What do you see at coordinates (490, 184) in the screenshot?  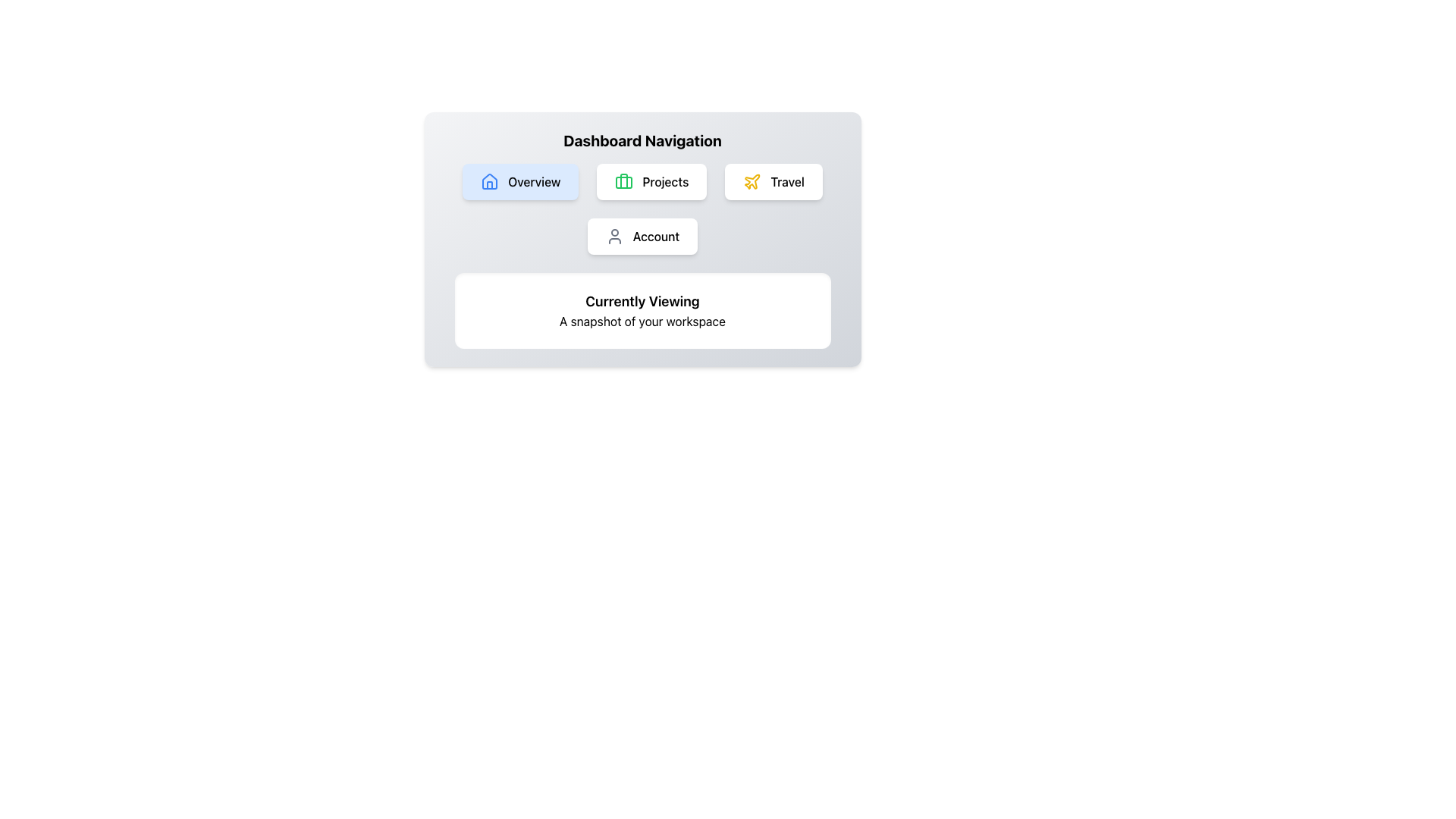 I see `the house icon, which includes a blue rectangular door shape` at bounding box center [490, 184].